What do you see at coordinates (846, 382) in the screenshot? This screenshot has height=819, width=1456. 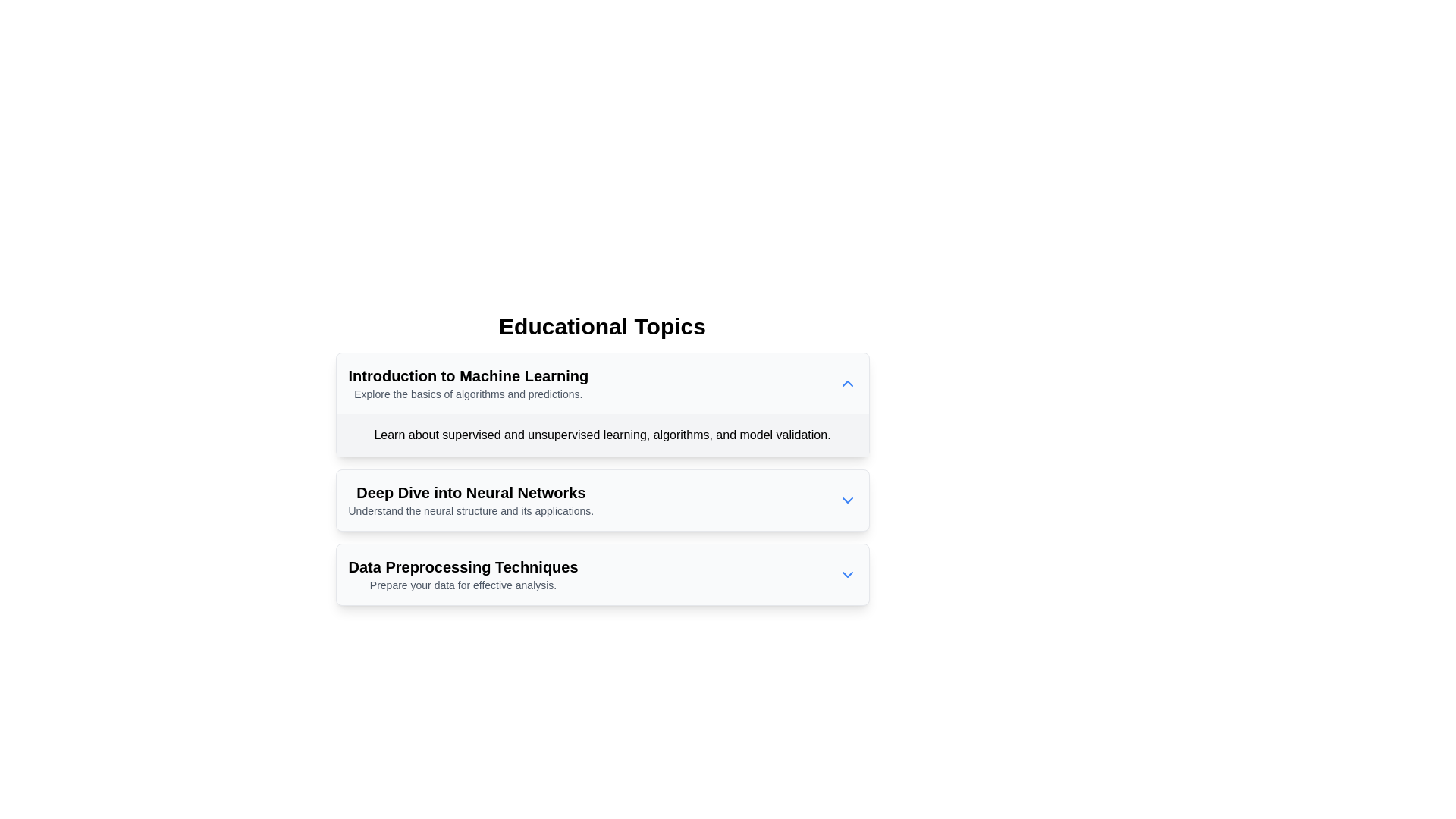 I see `the upward-pointing chevron icon` at bounding box center [846, 382].